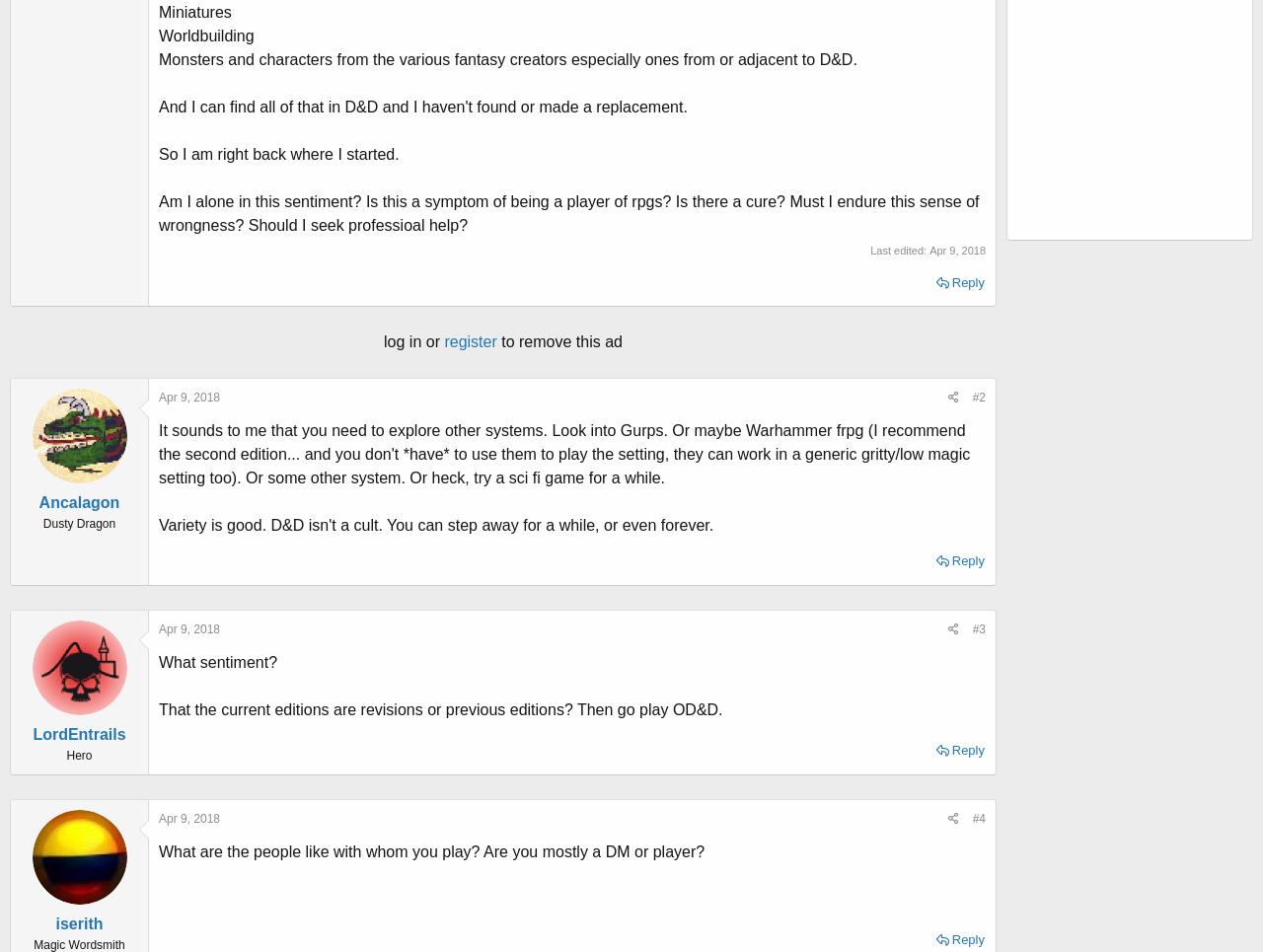 This screenshot has height=952, width=1263. Describe the element at coordinates (206, 34) in the screenshot. I see `'Worldbuilding'` at that location.